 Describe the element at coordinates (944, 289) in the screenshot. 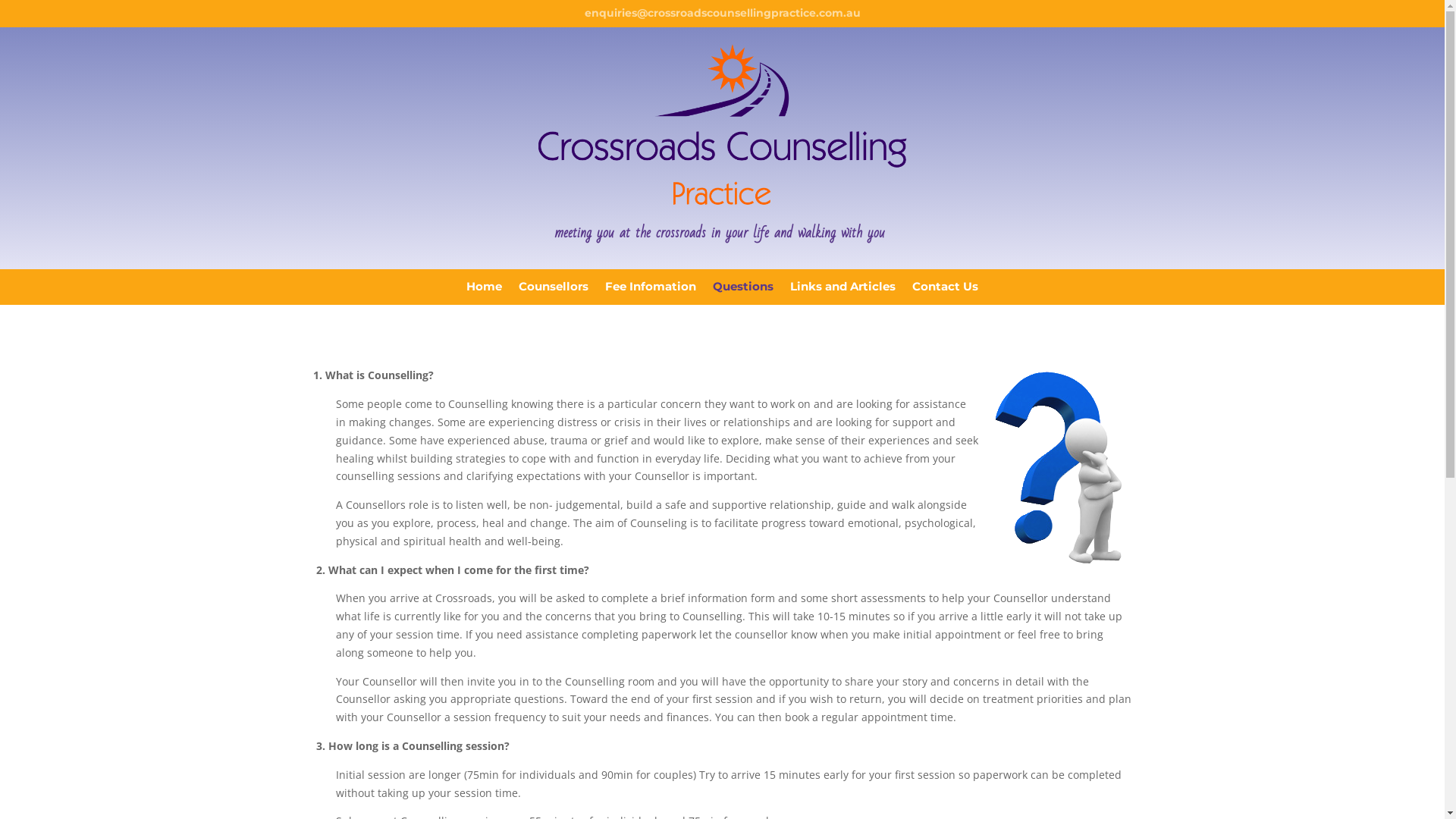

I see `'Contact Us'` at that location.